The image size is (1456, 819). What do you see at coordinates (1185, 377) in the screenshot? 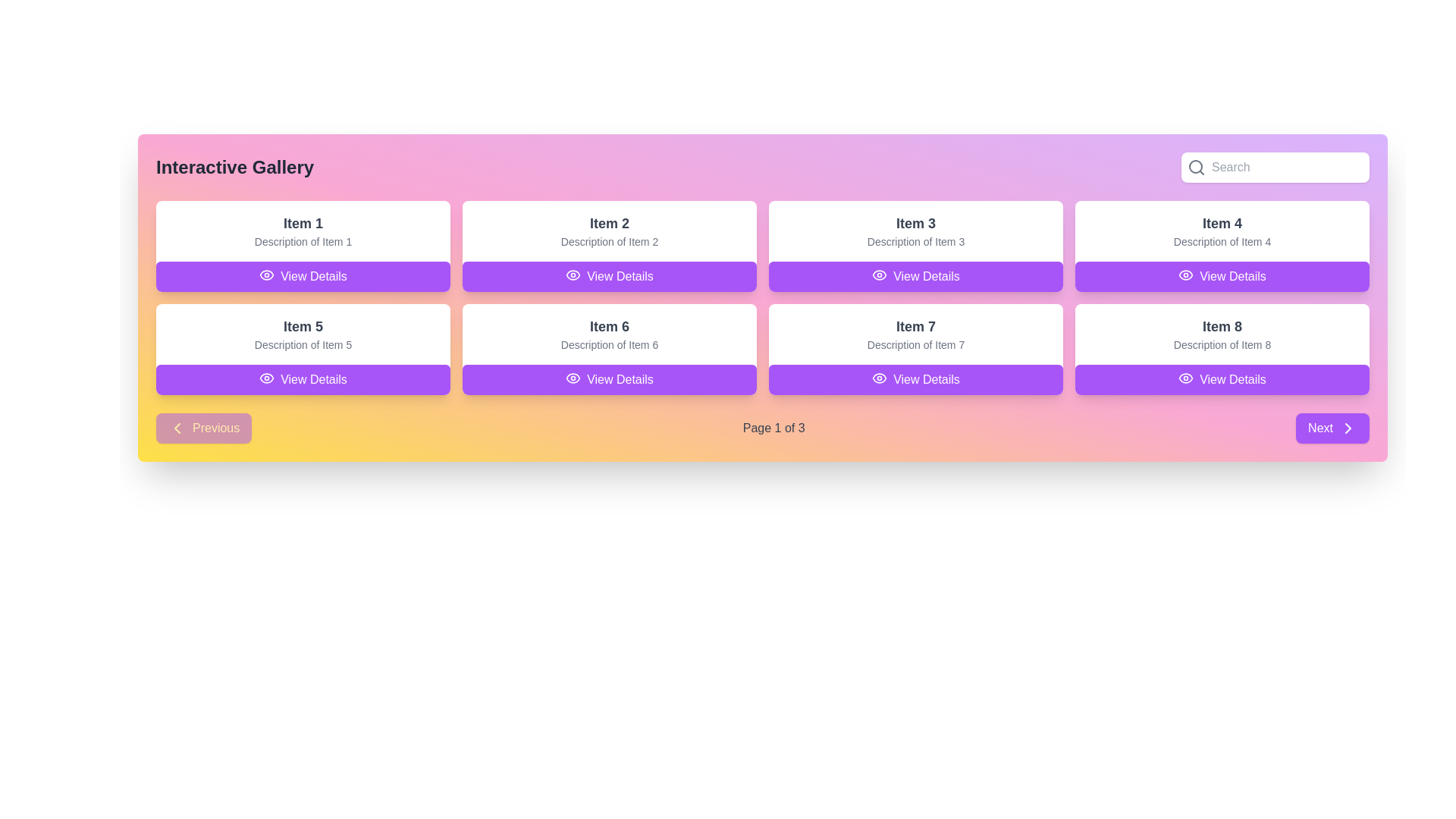
I see `the eye icon located within the 'View Details' button for 'Item 8' in the lower-right corner of the grid layout` at bounding box center [1185, 377].